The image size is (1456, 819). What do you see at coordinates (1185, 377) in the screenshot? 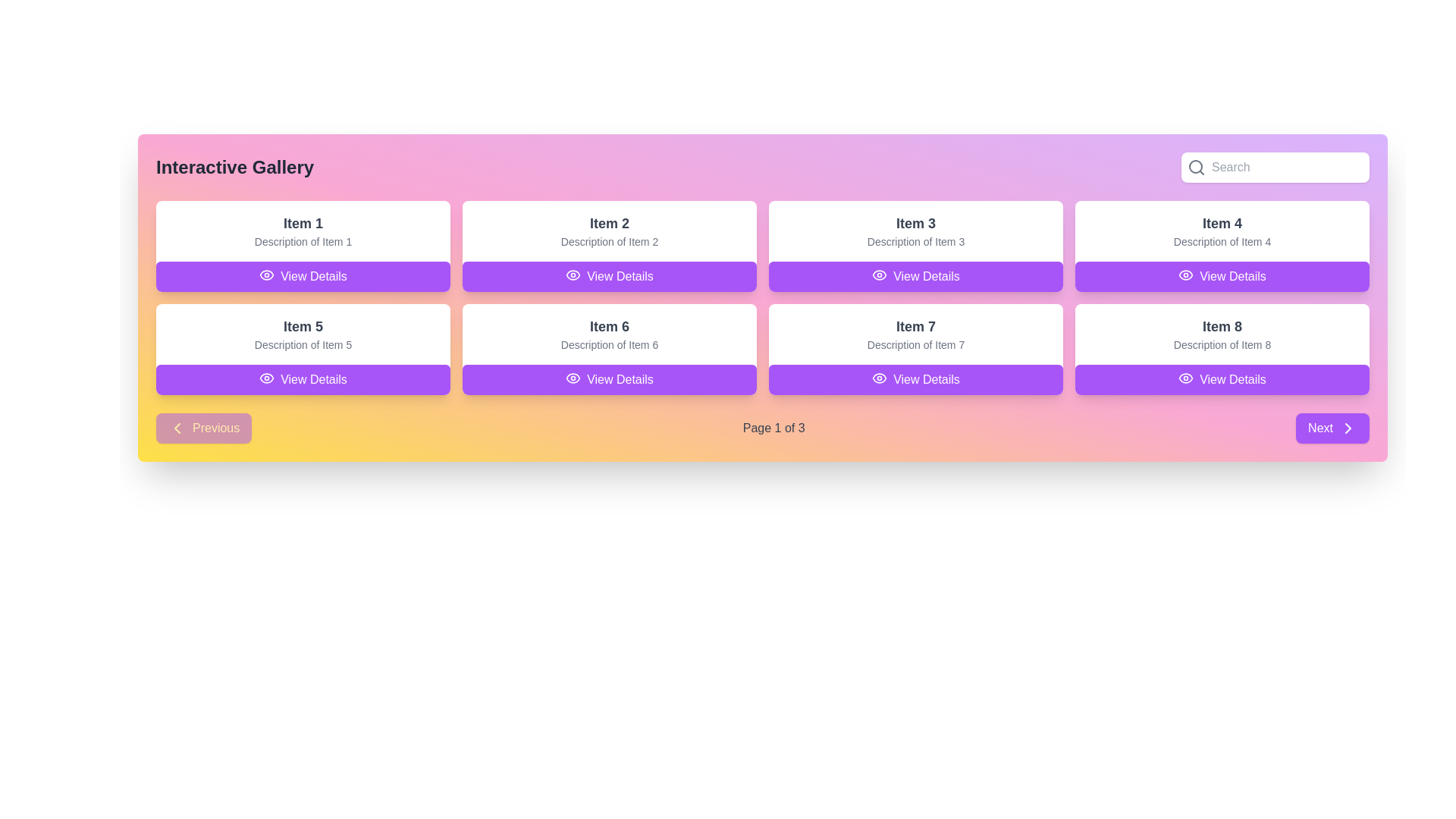
I see `the eye icon located within the 'View Details' button for 'Item 8' in the lower-right corner of the grid layout` at bounding box center [1185, 377].